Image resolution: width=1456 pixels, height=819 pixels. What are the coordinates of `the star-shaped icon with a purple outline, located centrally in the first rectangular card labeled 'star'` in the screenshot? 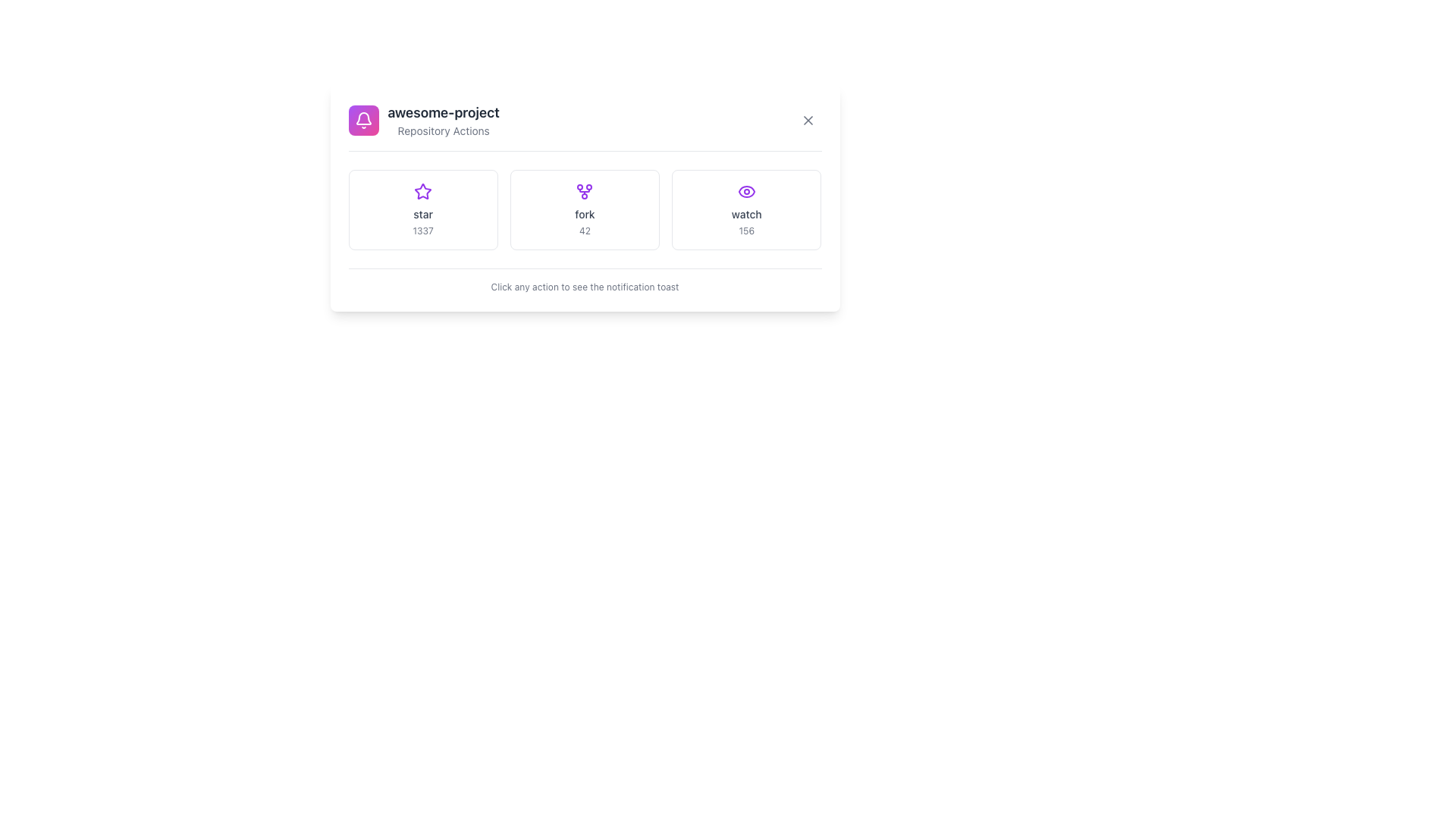 It's located at (423, 190).